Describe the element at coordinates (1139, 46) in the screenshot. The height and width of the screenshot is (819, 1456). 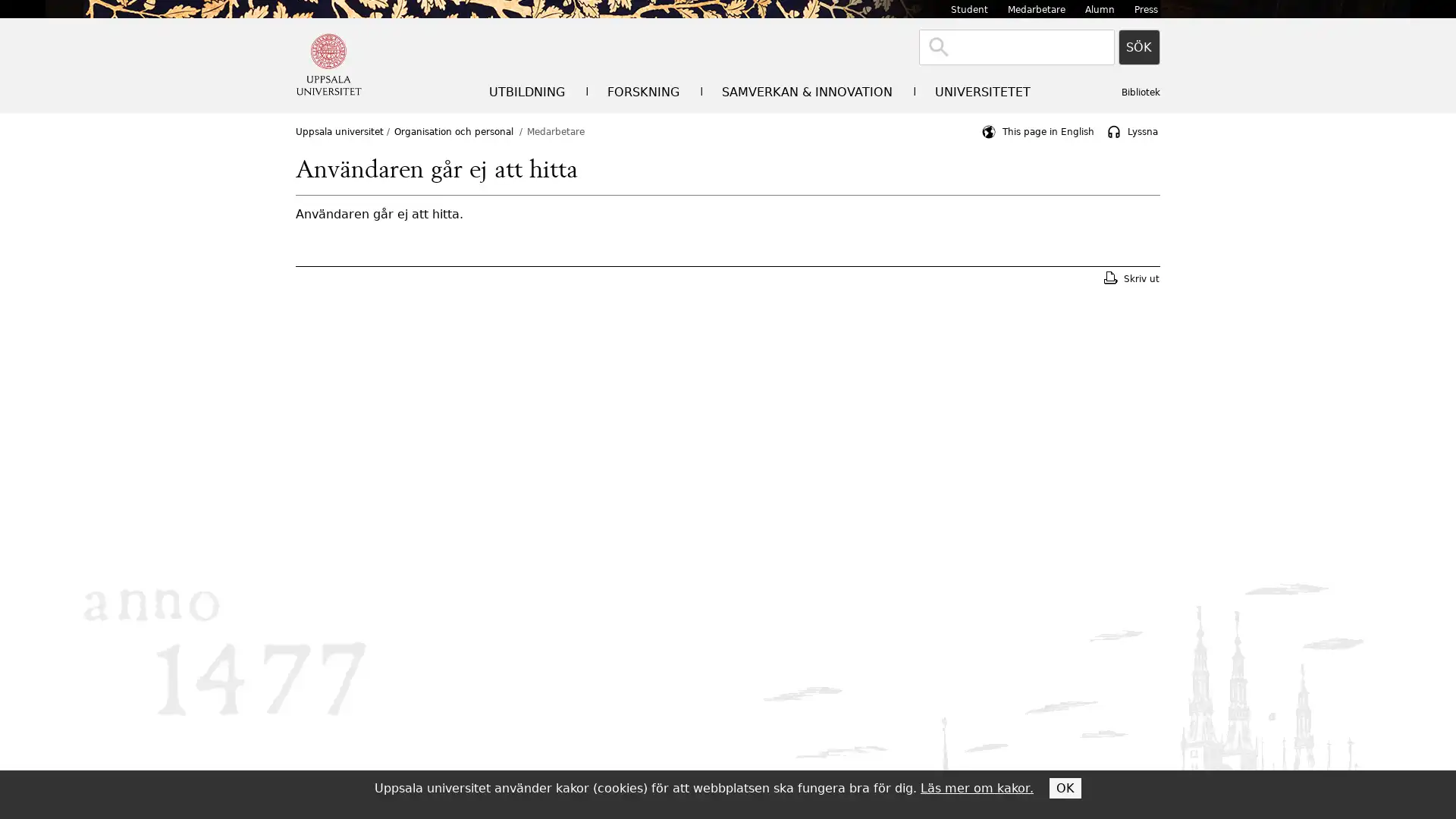
I see `Sok` at that location.